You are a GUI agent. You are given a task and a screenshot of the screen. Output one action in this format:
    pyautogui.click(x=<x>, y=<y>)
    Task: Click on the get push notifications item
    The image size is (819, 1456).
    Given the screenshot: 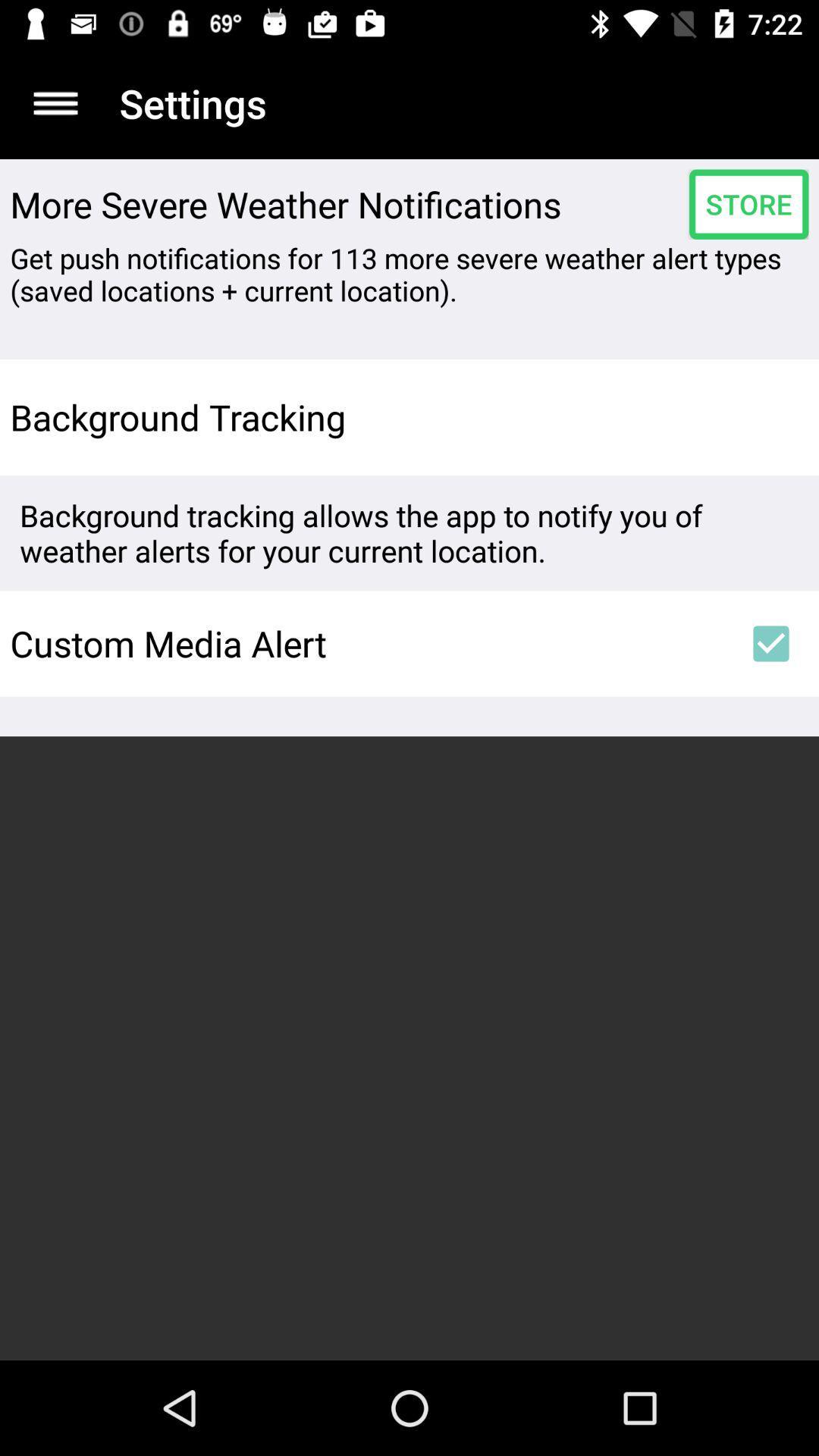 What is the action you would take?
    pyautogui.click(x=409, y=274)
    